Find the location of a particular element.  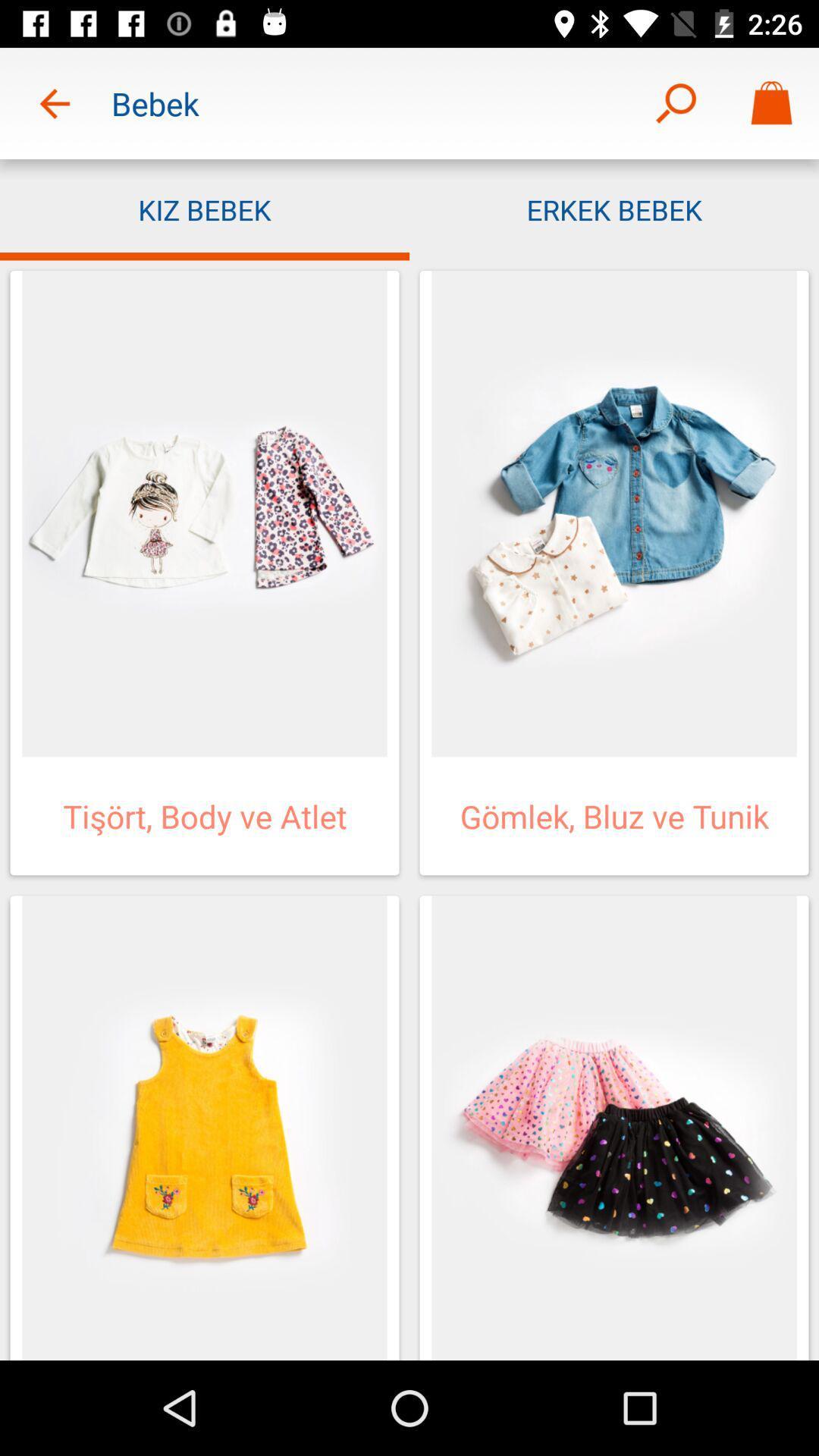

the item to the left of the bebek is located at coordinates (55, 102).